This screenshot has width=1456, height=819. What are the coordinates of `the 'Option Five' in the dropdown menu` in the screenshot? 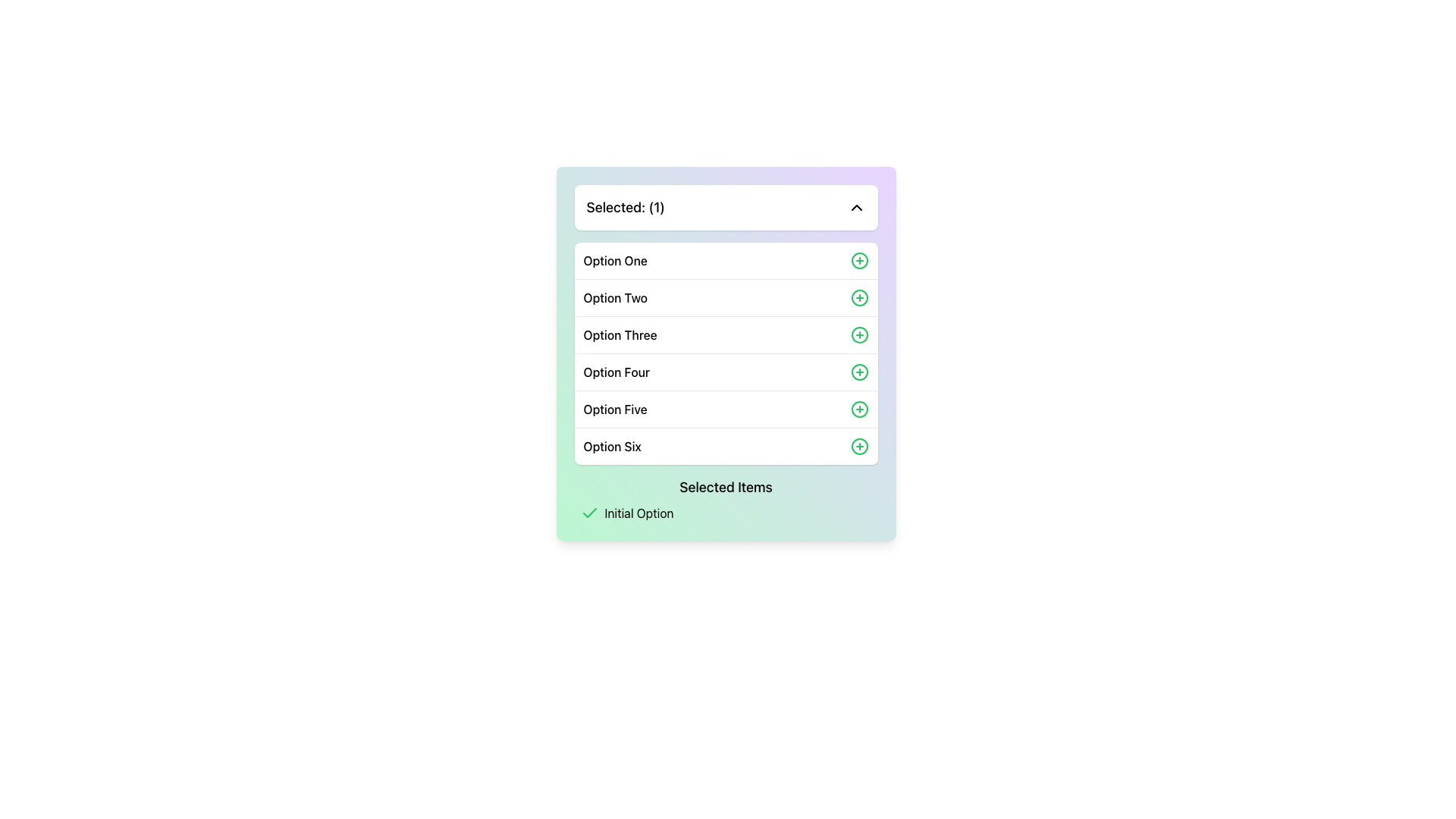 It's located at (725, 408).